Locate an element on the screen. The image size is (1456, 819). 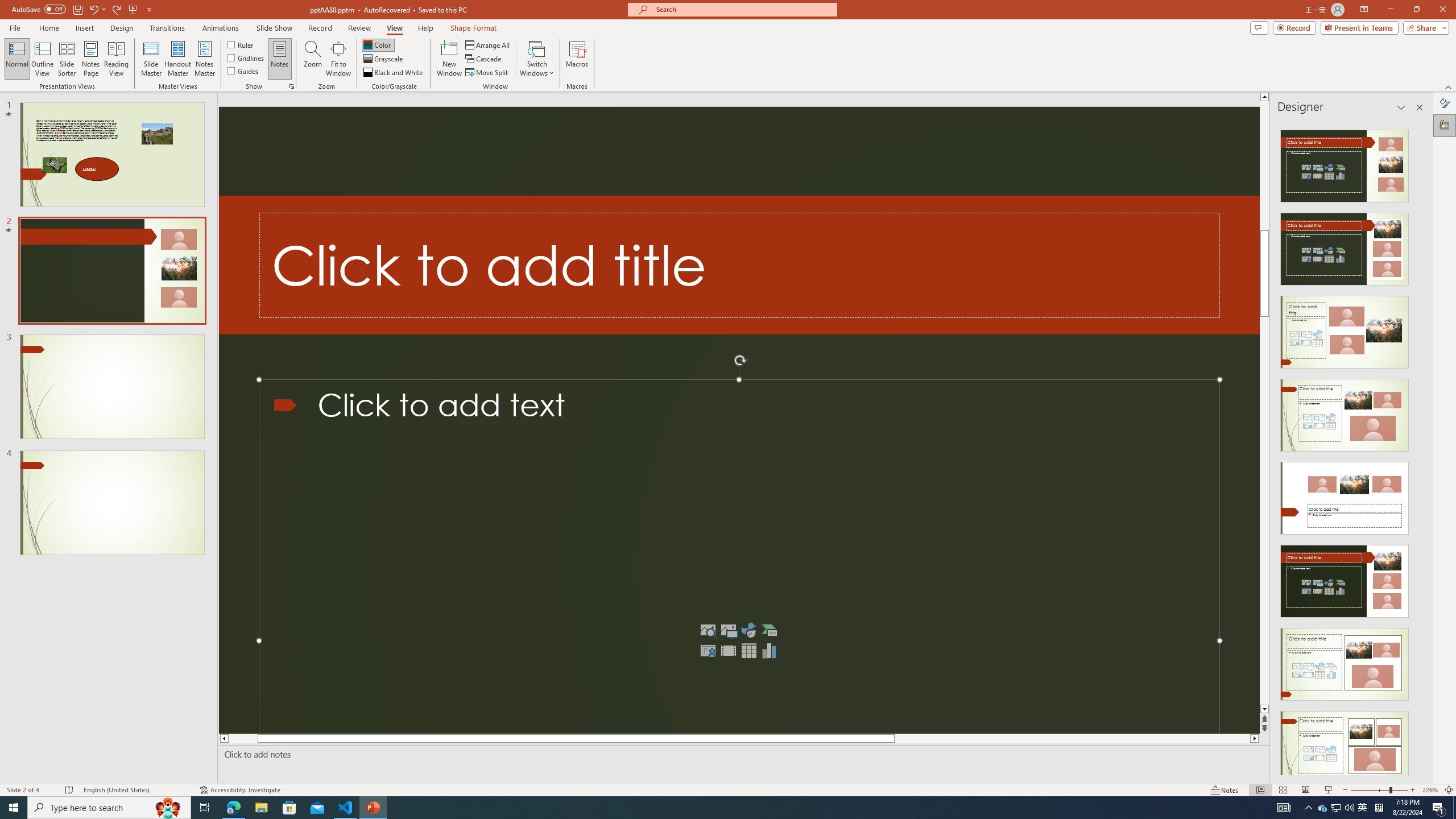
'Slide Notes' is located at coordinates (742, 754).